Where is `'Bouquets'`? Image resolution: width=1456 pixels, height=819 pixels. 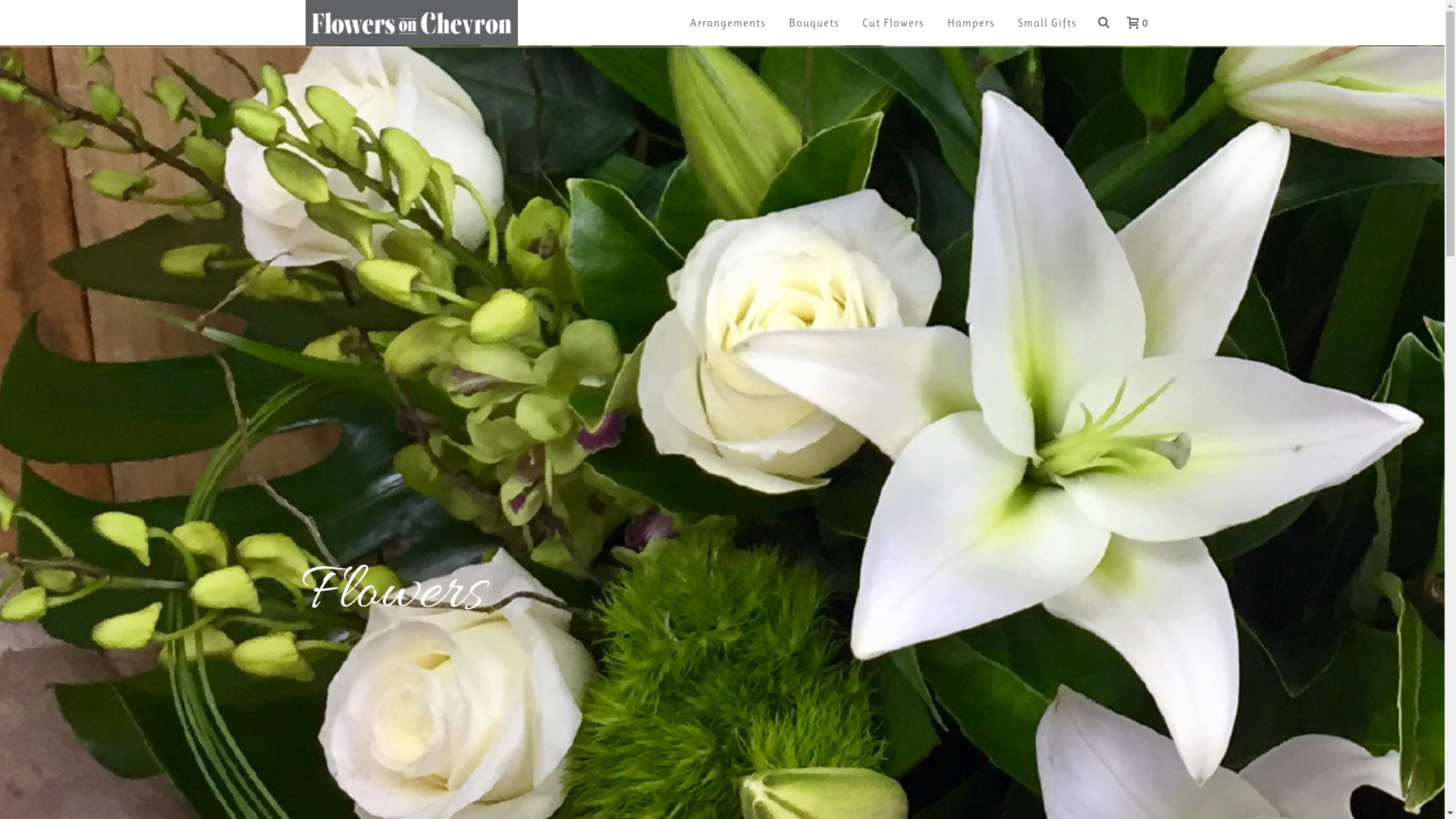
'Bouquets' is located at coordinates (813, 23).